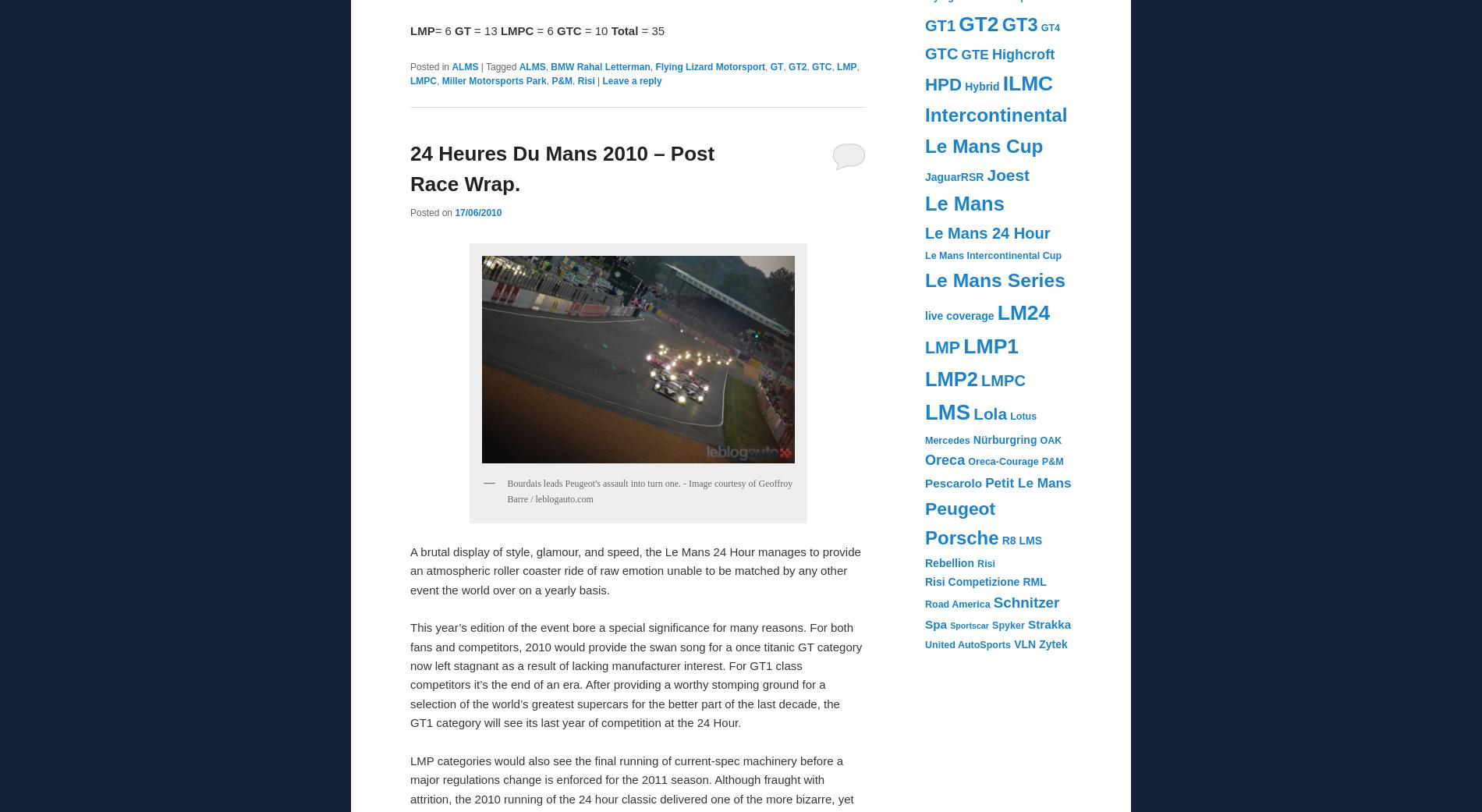 Image resolution: width=1482 pixels, height=812 pixels. What do you see at coordinates (944, 460) in the screenshot?
I see `'Oreca'` at bounding box center [944, 460].